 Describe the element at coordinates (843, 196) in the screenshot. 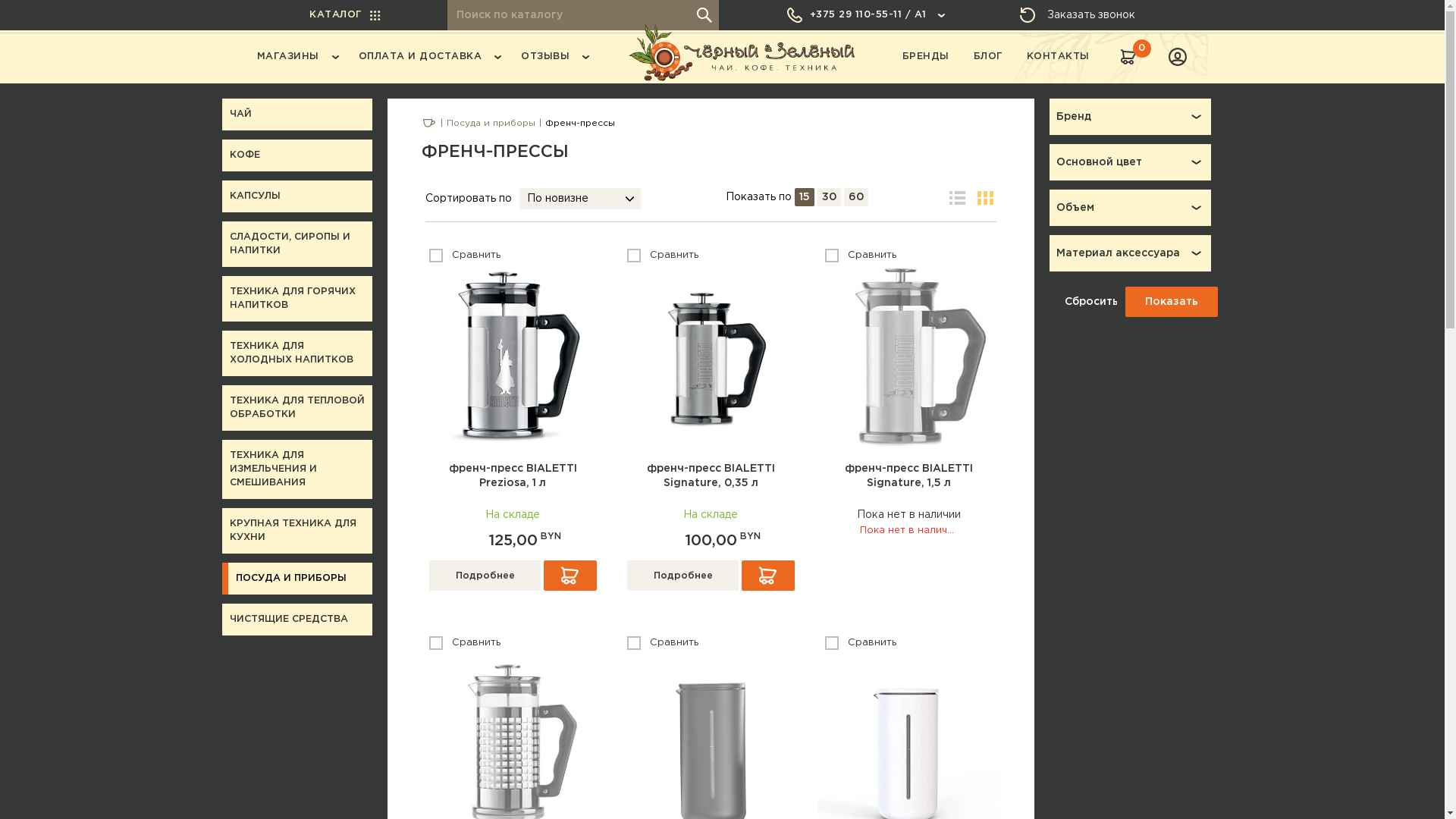

I see `'60'` at that location.